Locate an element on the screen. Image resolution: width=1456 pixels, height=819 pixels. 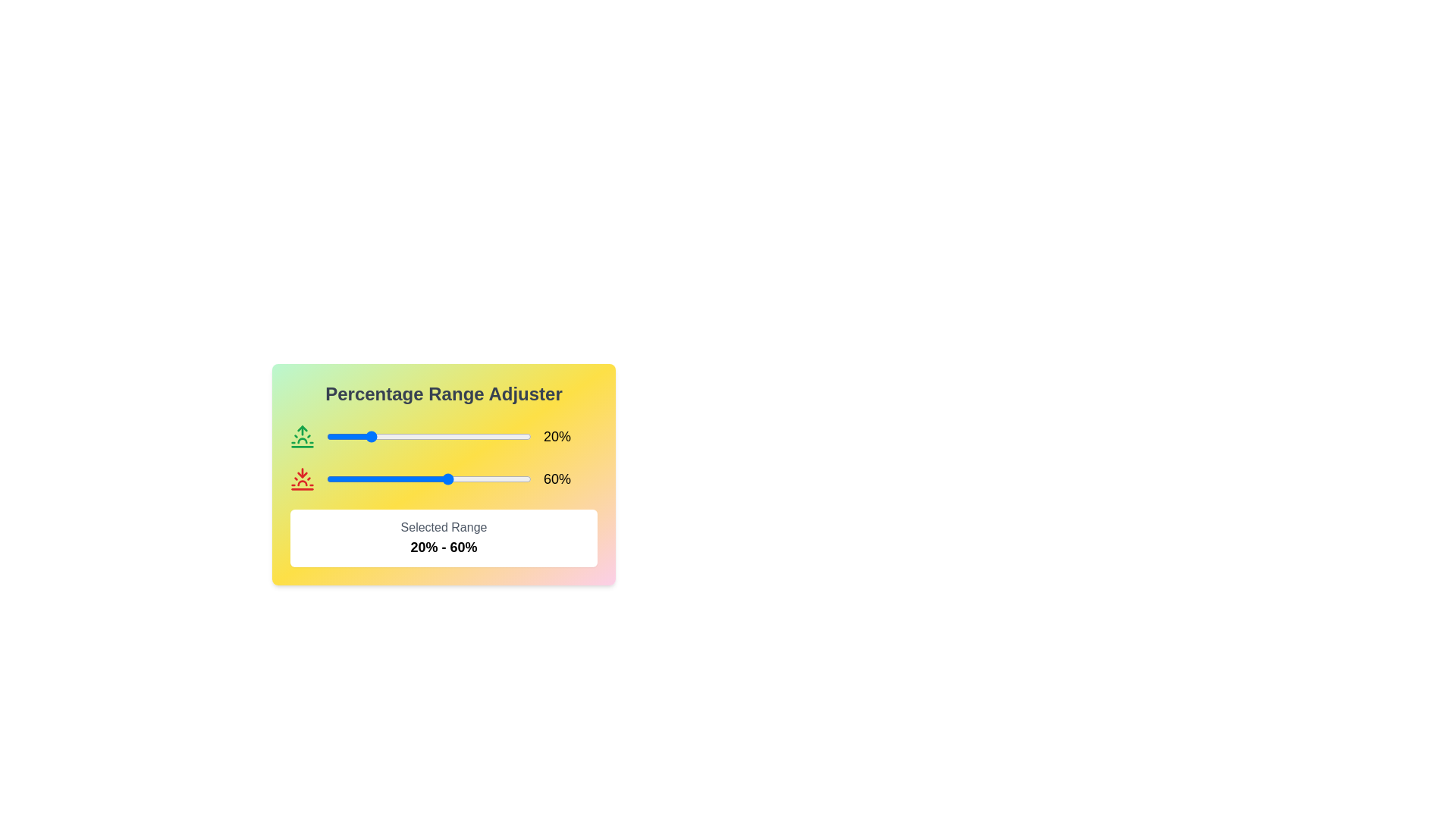
the slider position is located at coordinates (425, 479).